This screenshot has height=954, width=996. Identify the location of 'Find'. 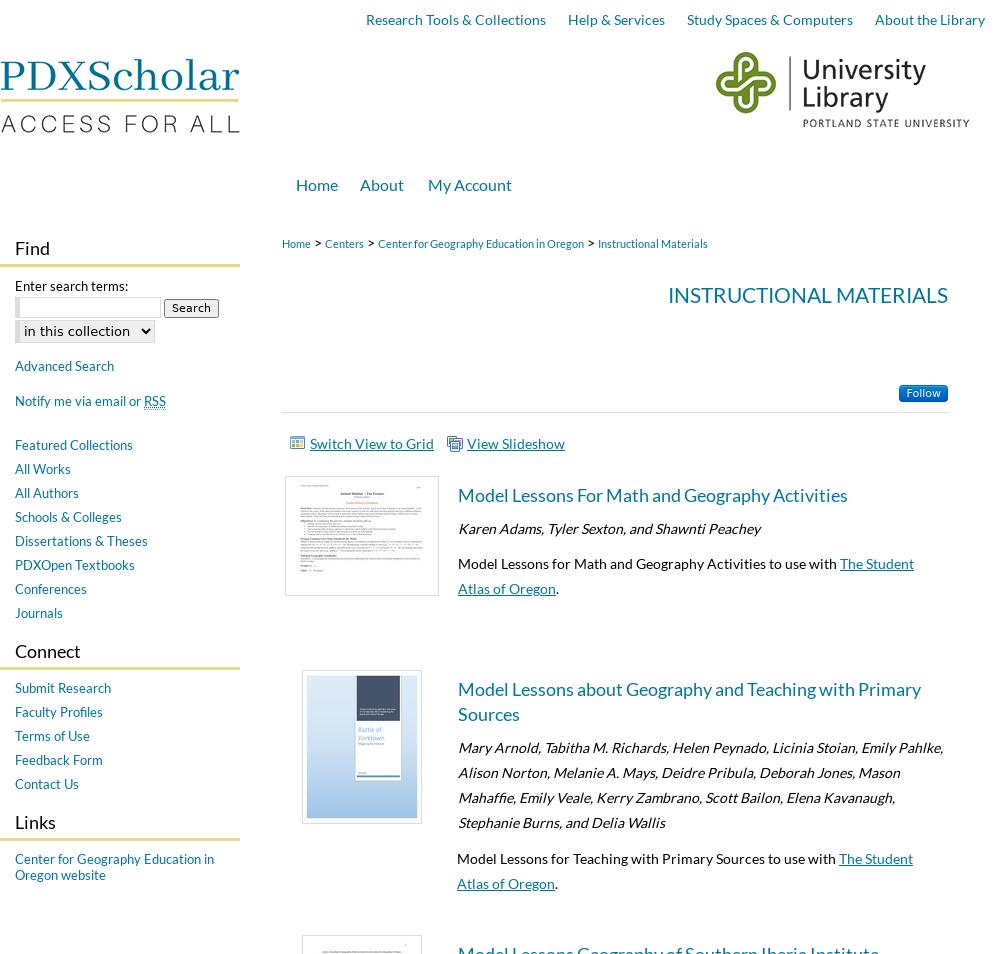
(32, 248).